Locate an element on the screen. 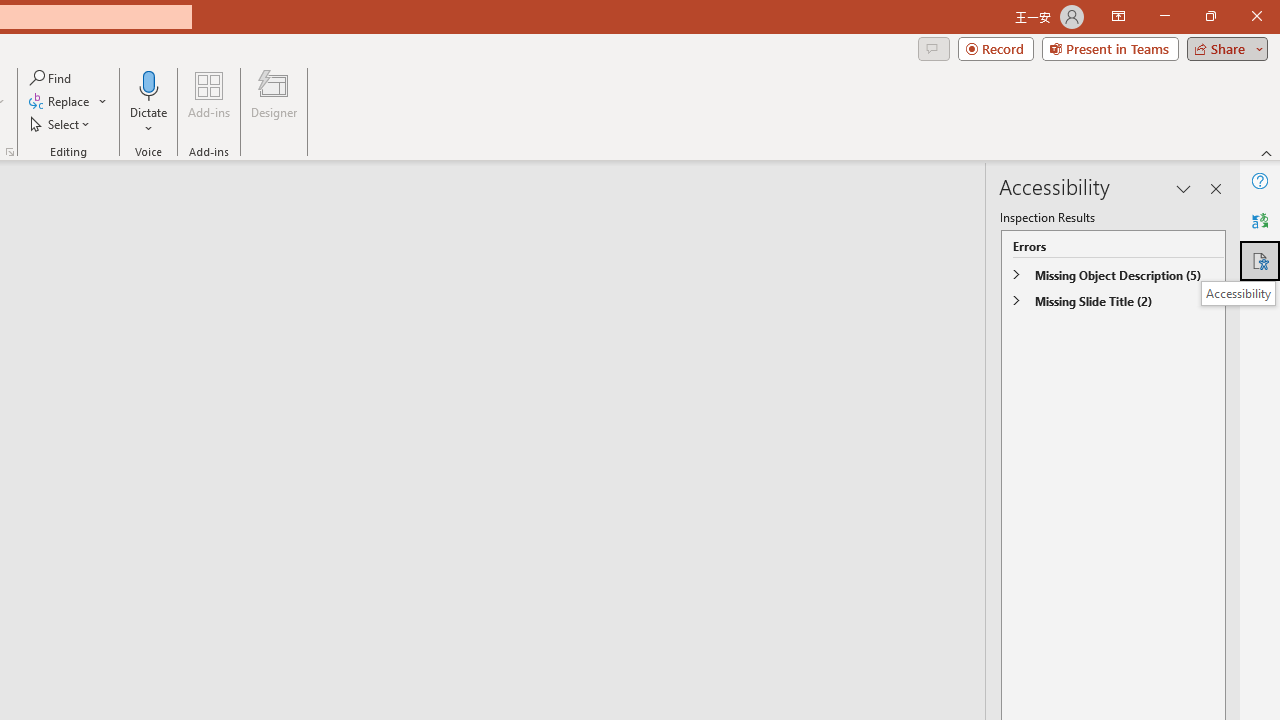 The width and height of the screenshot is (1280, 720). 'Translator' is located at coordinates (1259, 221).